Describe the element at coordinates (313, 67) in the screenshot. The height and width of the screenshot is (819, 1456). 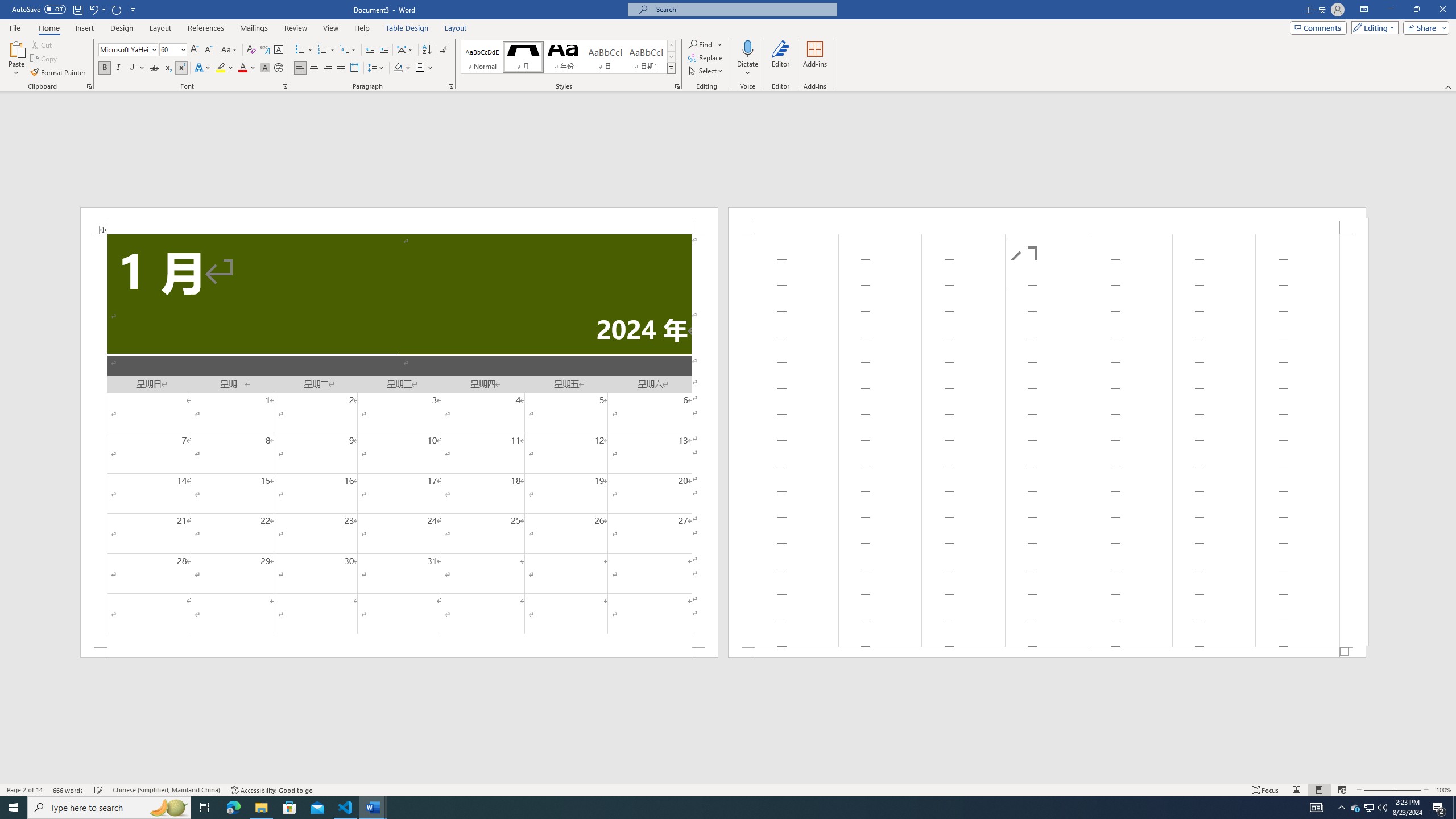
I see `'Center'` at that location.